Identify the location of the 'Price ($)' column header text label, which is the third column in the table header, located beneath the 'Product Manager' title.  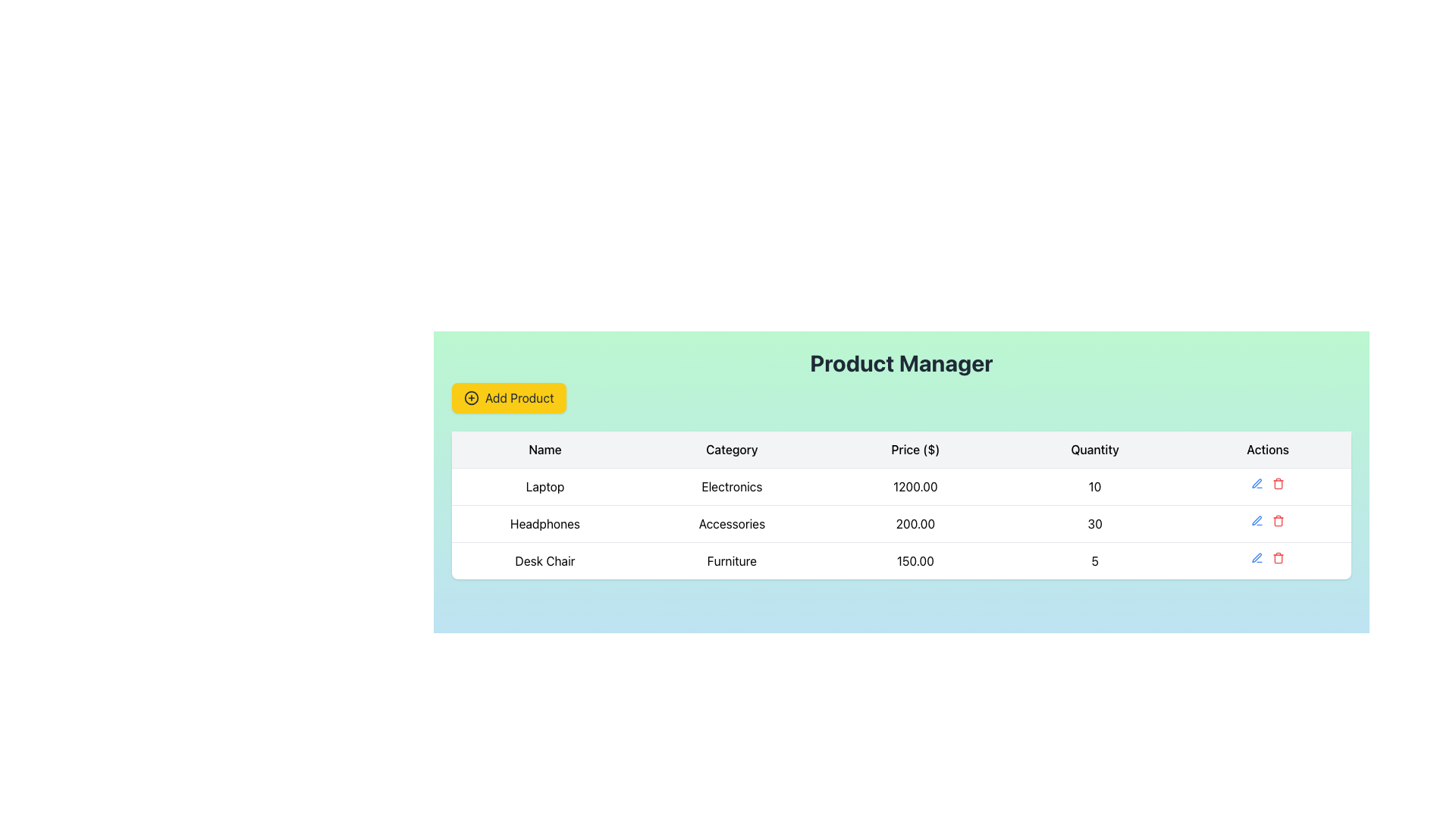
(915, 449).